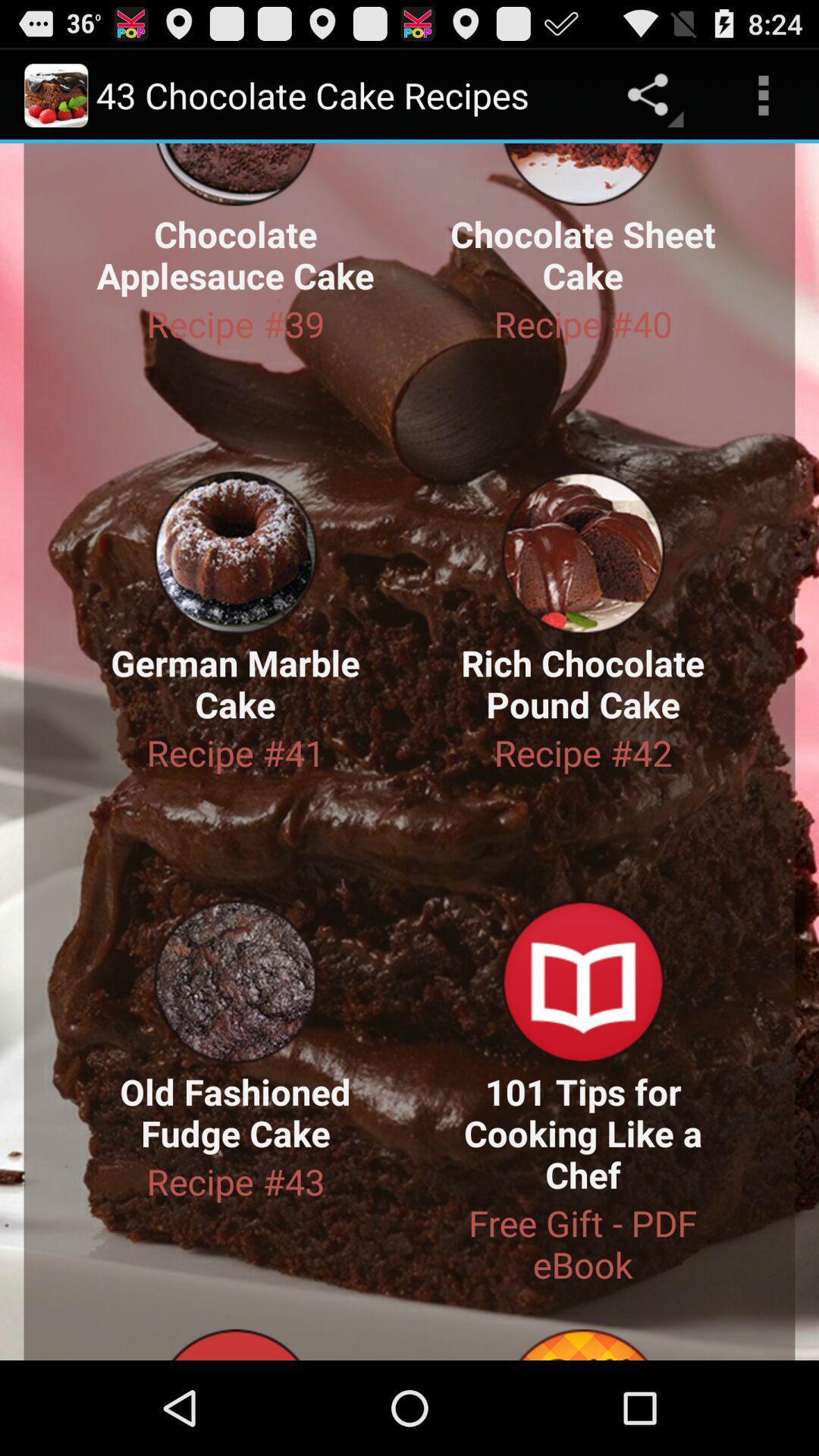 The width and height of the screenshot is (819, 1456). Describe the element at coordinates (651, 94) in the screenshot. I see `the icon which is right side of 43 chocolate cake recipes` at that location.